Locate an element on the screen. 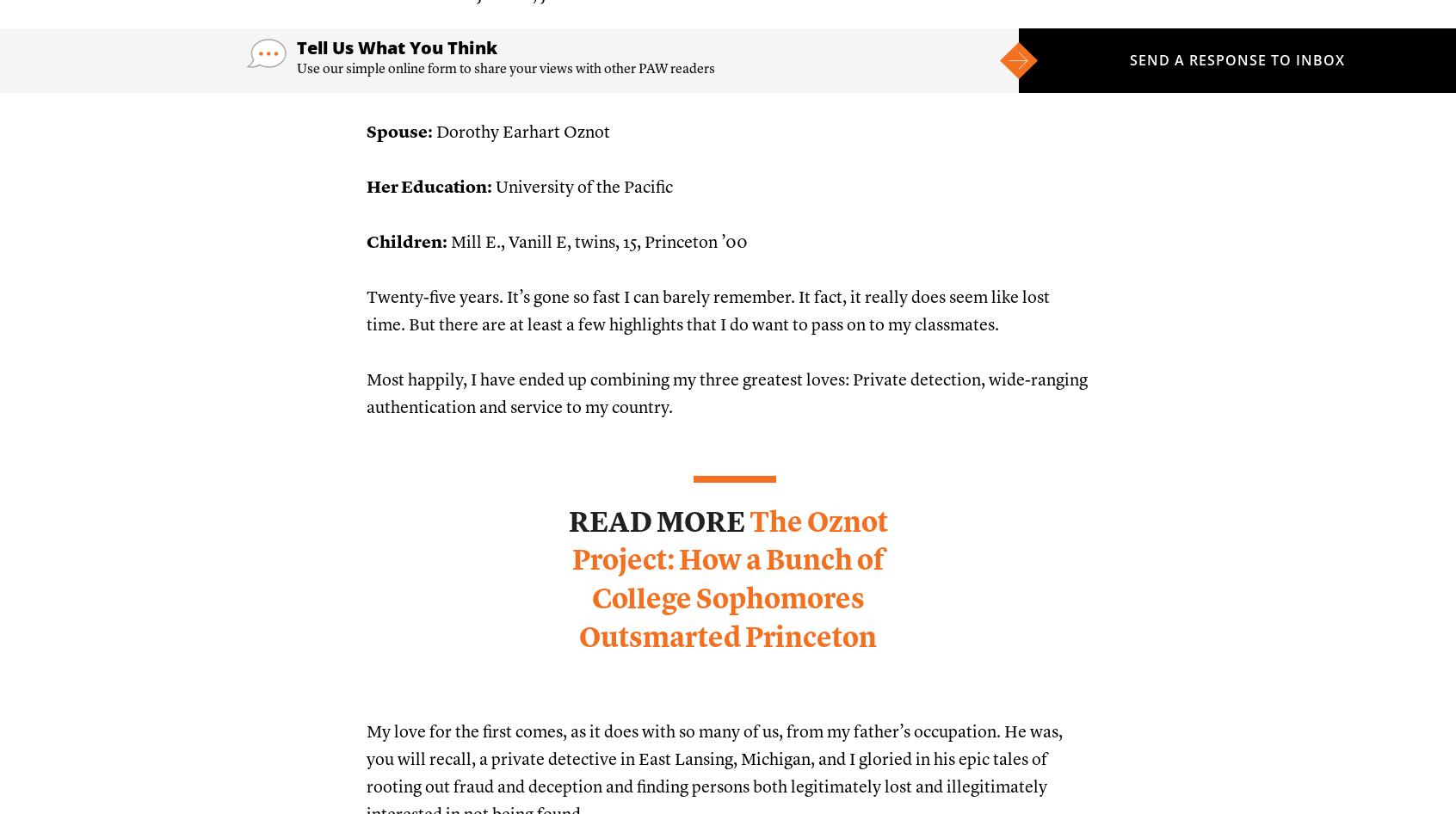  'Dorothy Earhart Oznot' is located at coordinates (521, 132).